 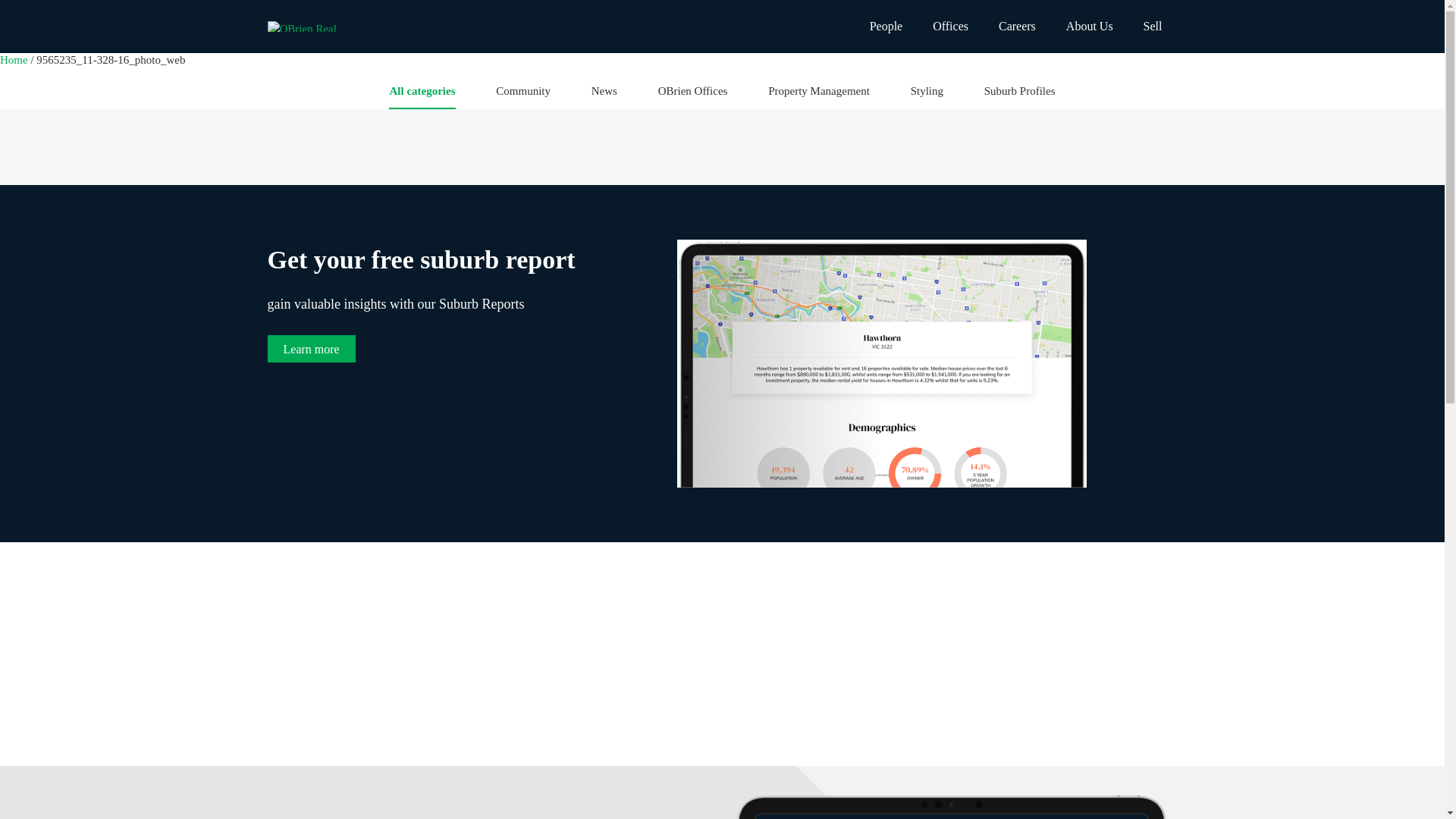 What do you see at coordinates (603, 96) in the screenshot?
I see `'News'` at bounding box center [603, 96].